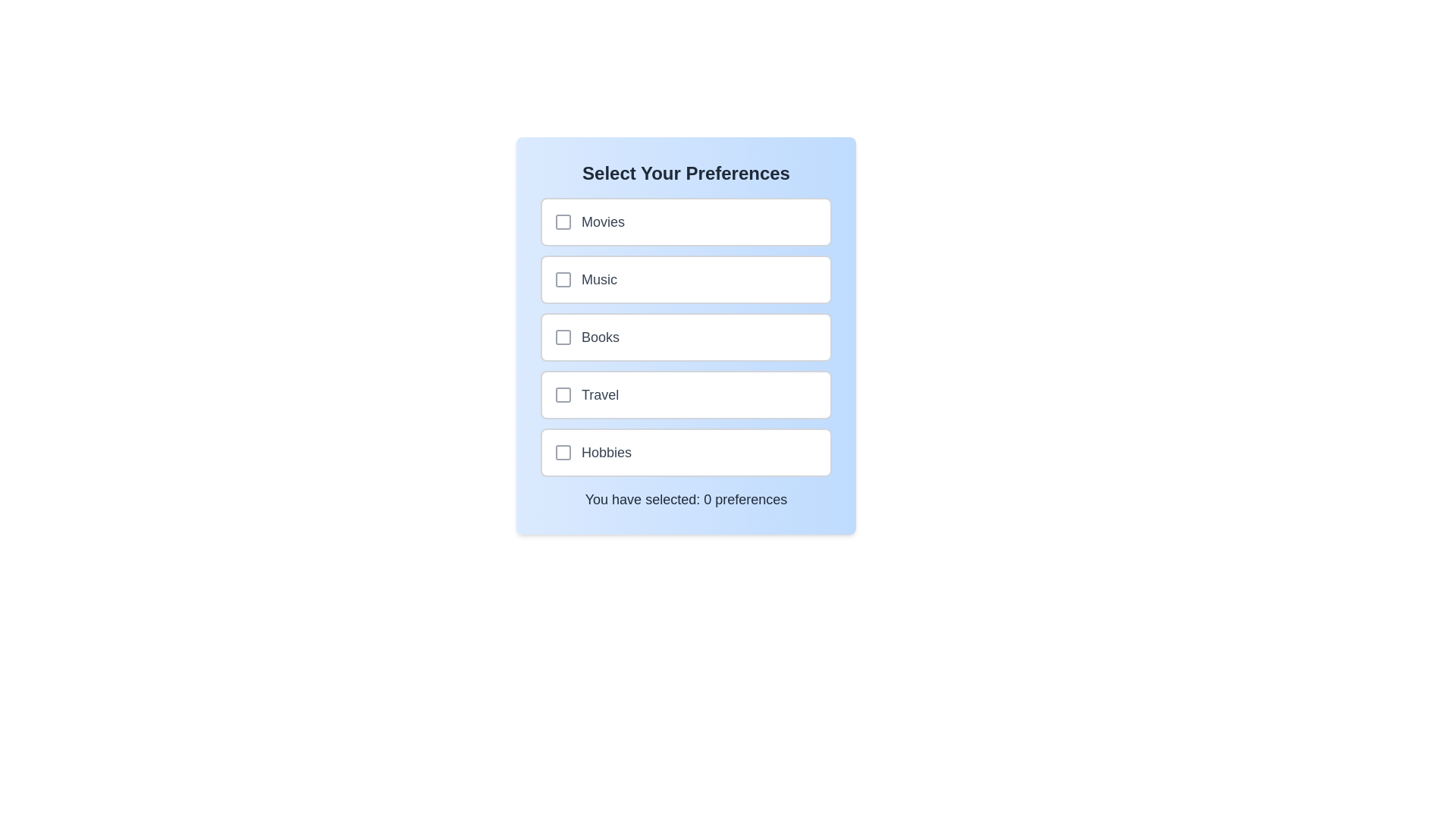 The width and height of the screenshot is (1456, 819). I want to click on the checkbox corresponding to Books to toggle its selection, so click(563, 336).